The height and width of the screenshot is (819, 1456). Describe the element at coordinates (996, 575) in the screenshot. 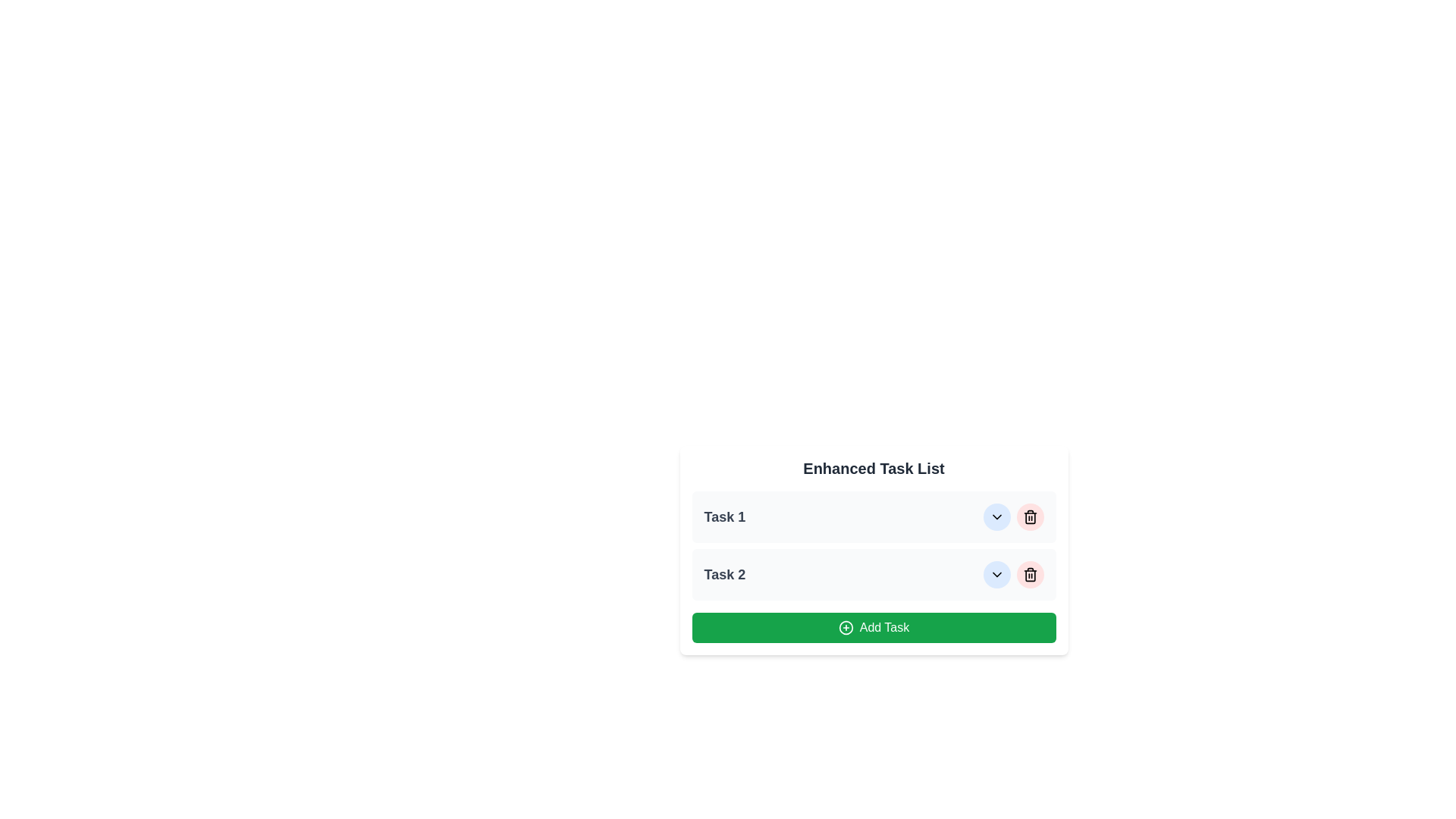

I see `the circular icon button with a light blue background and downward-pointing chevron` at that location.